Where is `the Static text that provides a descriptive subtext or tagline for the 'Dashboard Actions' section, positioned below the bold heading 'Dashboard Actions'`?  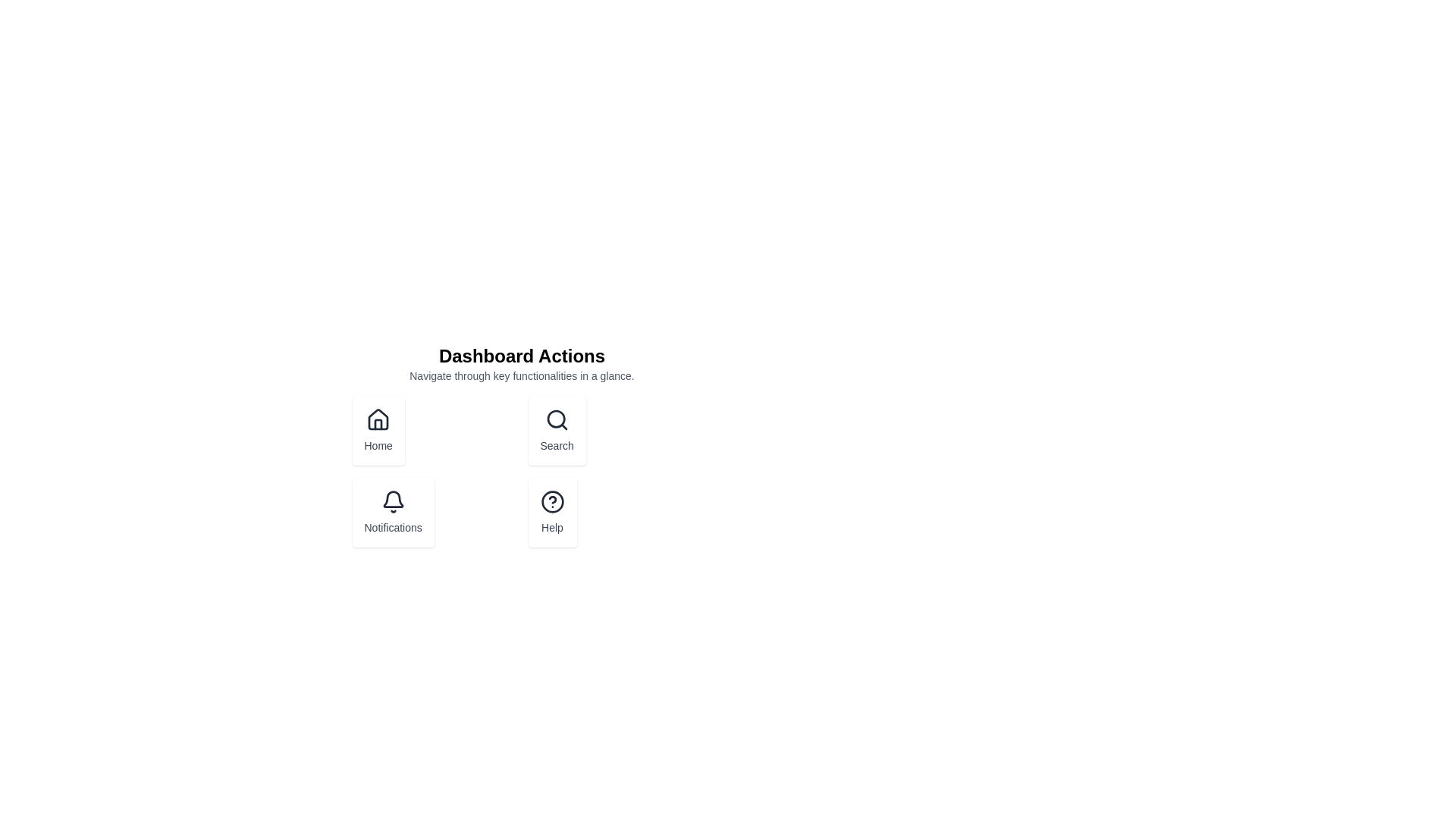 the Static text that provides a descriptive subtext or tagline for the 'Dashboard Actions' section, positioned below the bold heading 'Dashboard Actions' is located at coordinates (522, 375).